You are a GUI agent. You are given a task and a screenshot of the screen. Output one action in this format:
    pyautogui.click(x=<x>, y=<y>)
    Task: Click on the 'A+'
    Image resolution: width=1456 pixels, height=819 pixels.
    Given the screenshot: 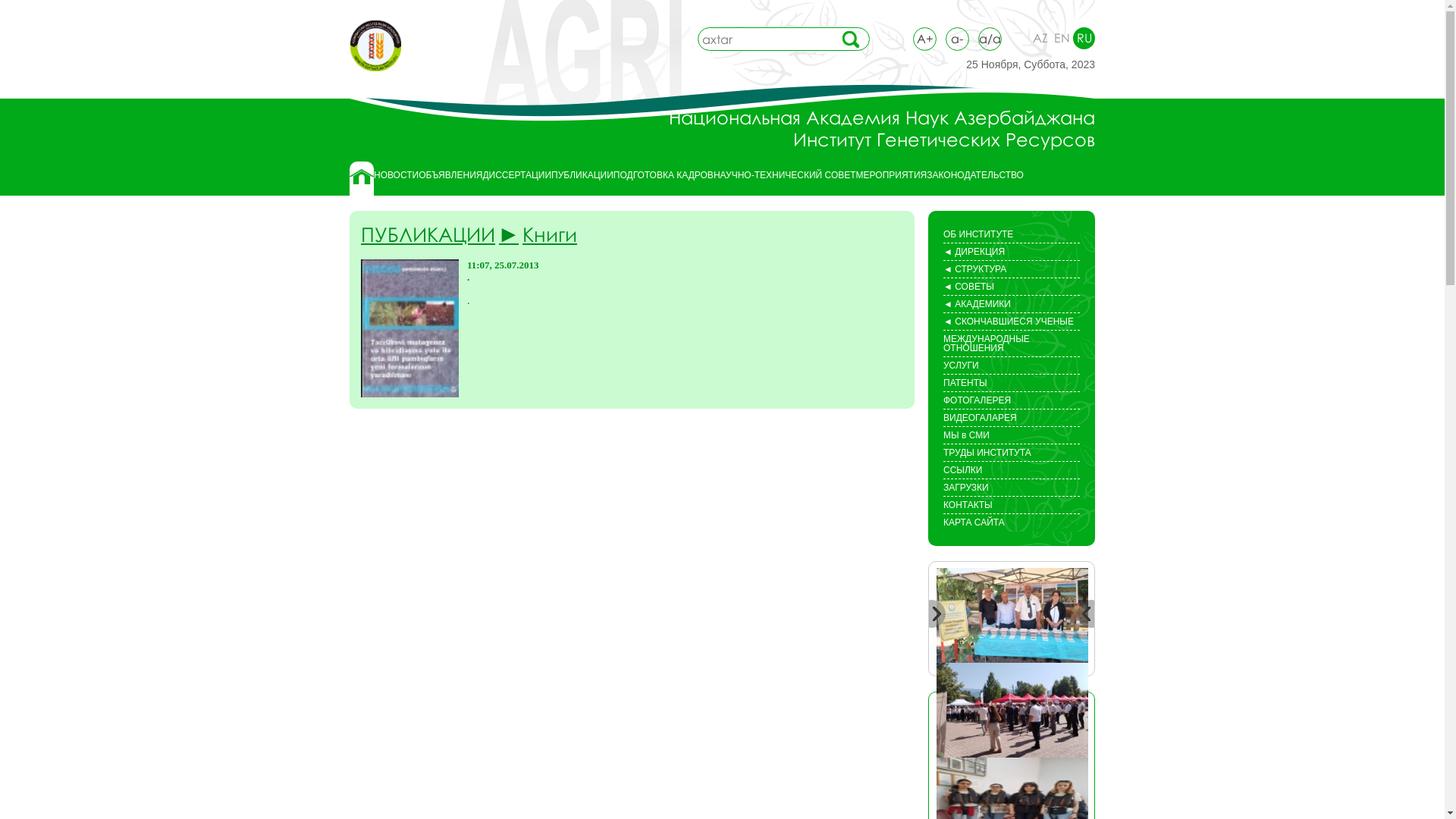 What is the action you would take?
    pyautogui.click(x=912, y=38)
    